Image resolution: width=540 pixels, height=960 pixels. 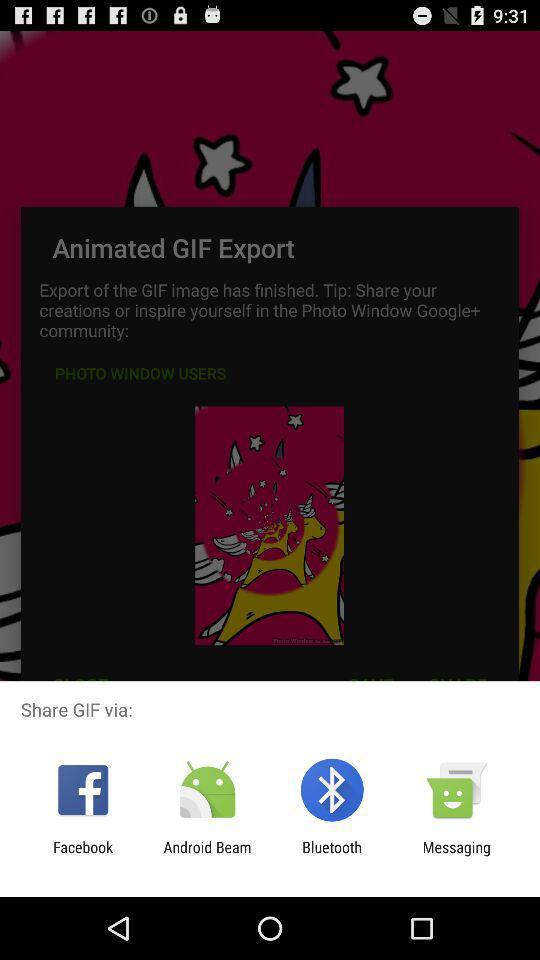 I want to click on item next to android beam icon, so click(x=332, y=855).